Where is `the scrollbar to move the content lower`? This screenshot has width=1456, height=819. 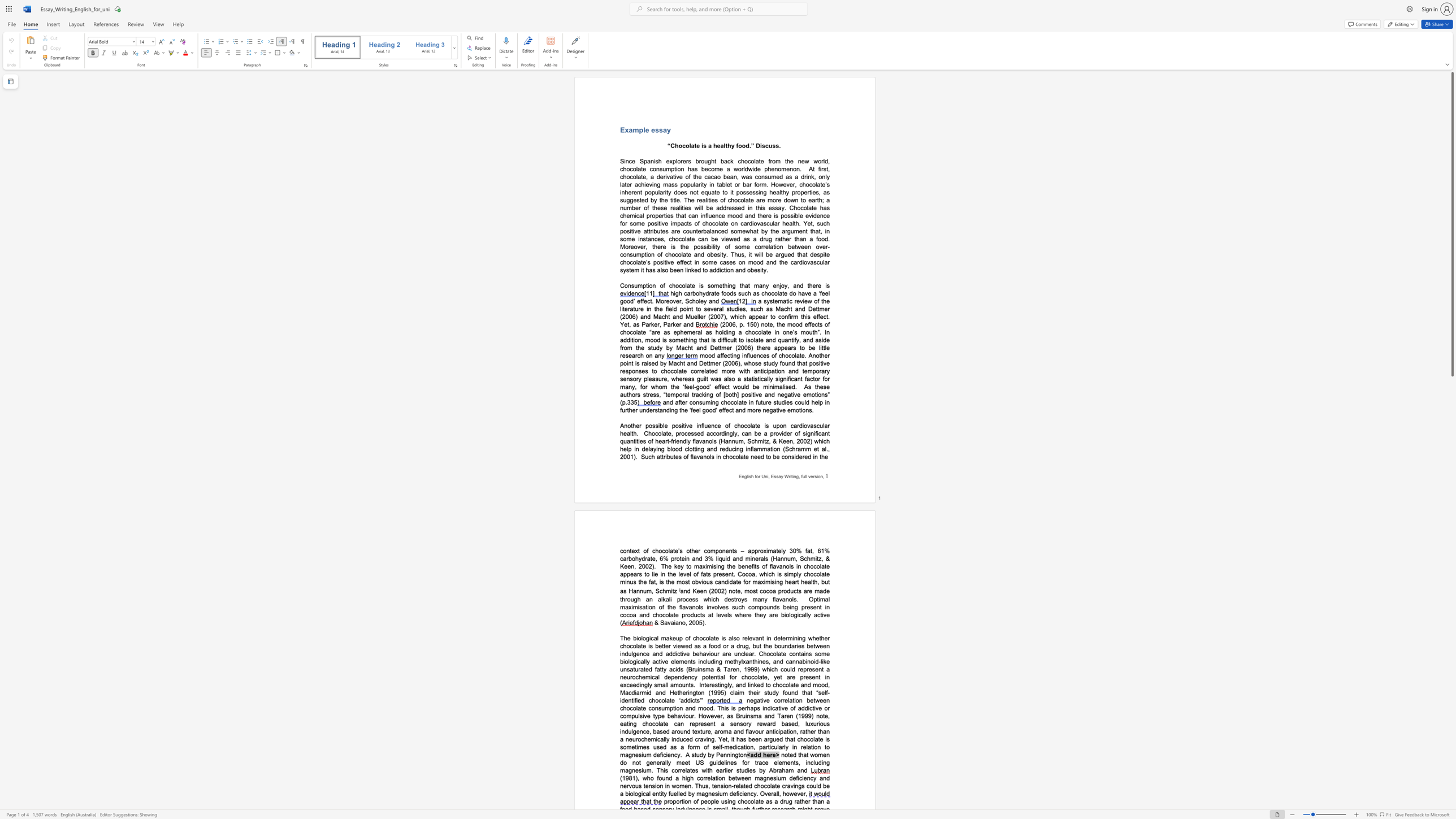
the scrollbar to move the content lower is located at coordinates (1451, 640).